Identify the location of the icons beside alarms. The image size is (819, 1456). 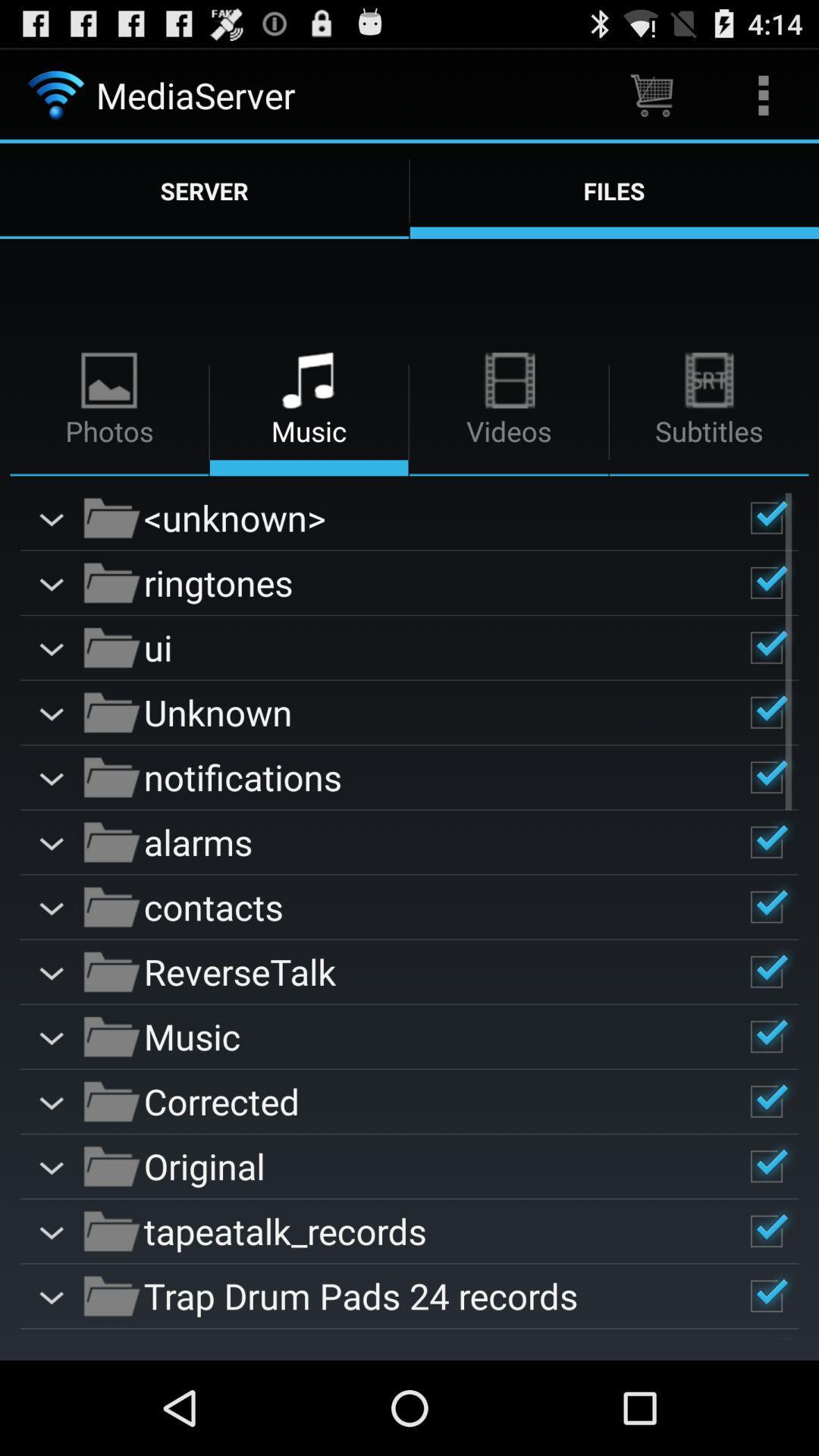
(111, 841).